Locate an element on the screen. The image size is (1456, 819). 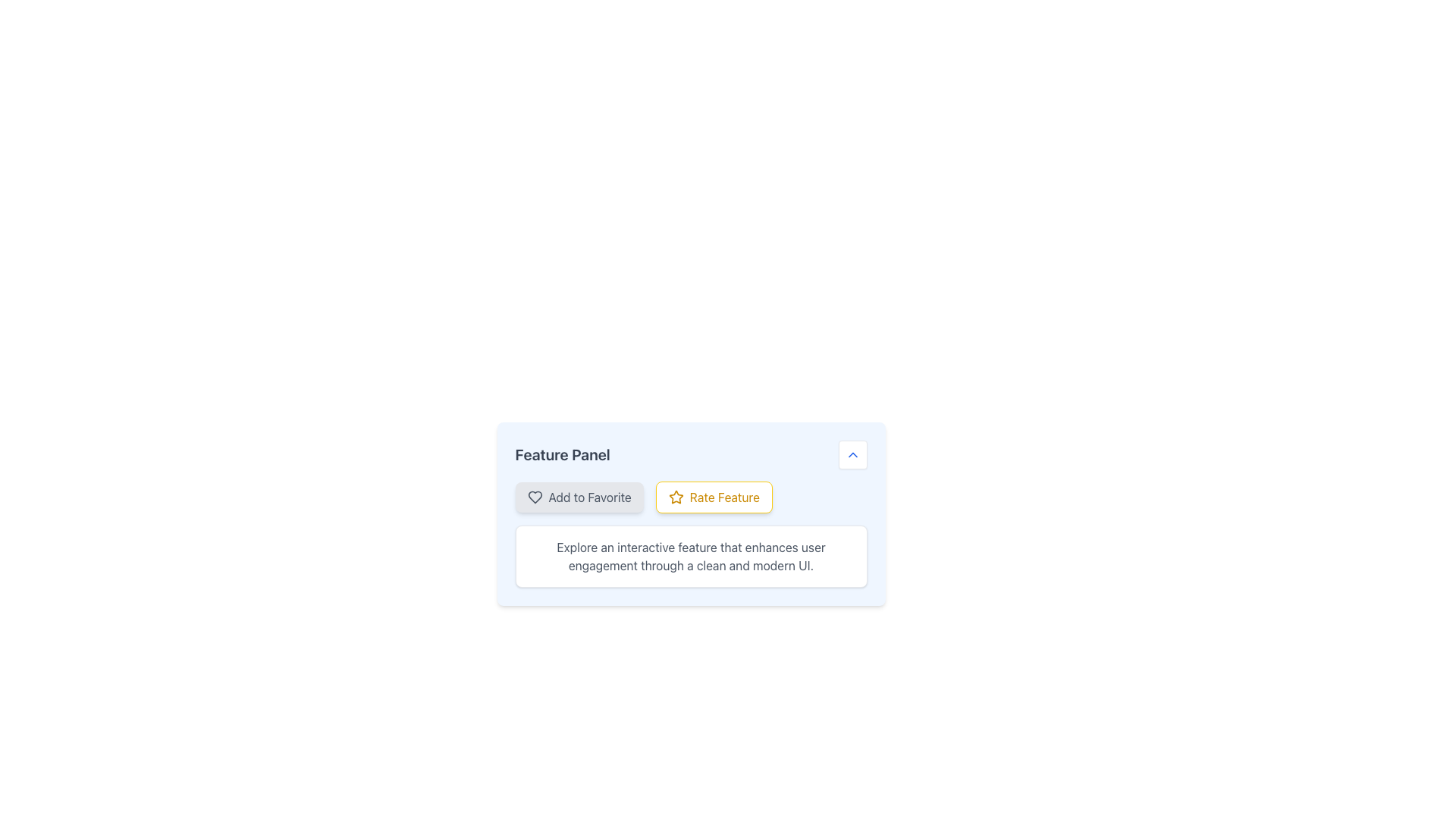
the rating button located within the 'Feature Panel', positioned to the right of the 'Add to Favorite' button is located at coordinates (713, 497).